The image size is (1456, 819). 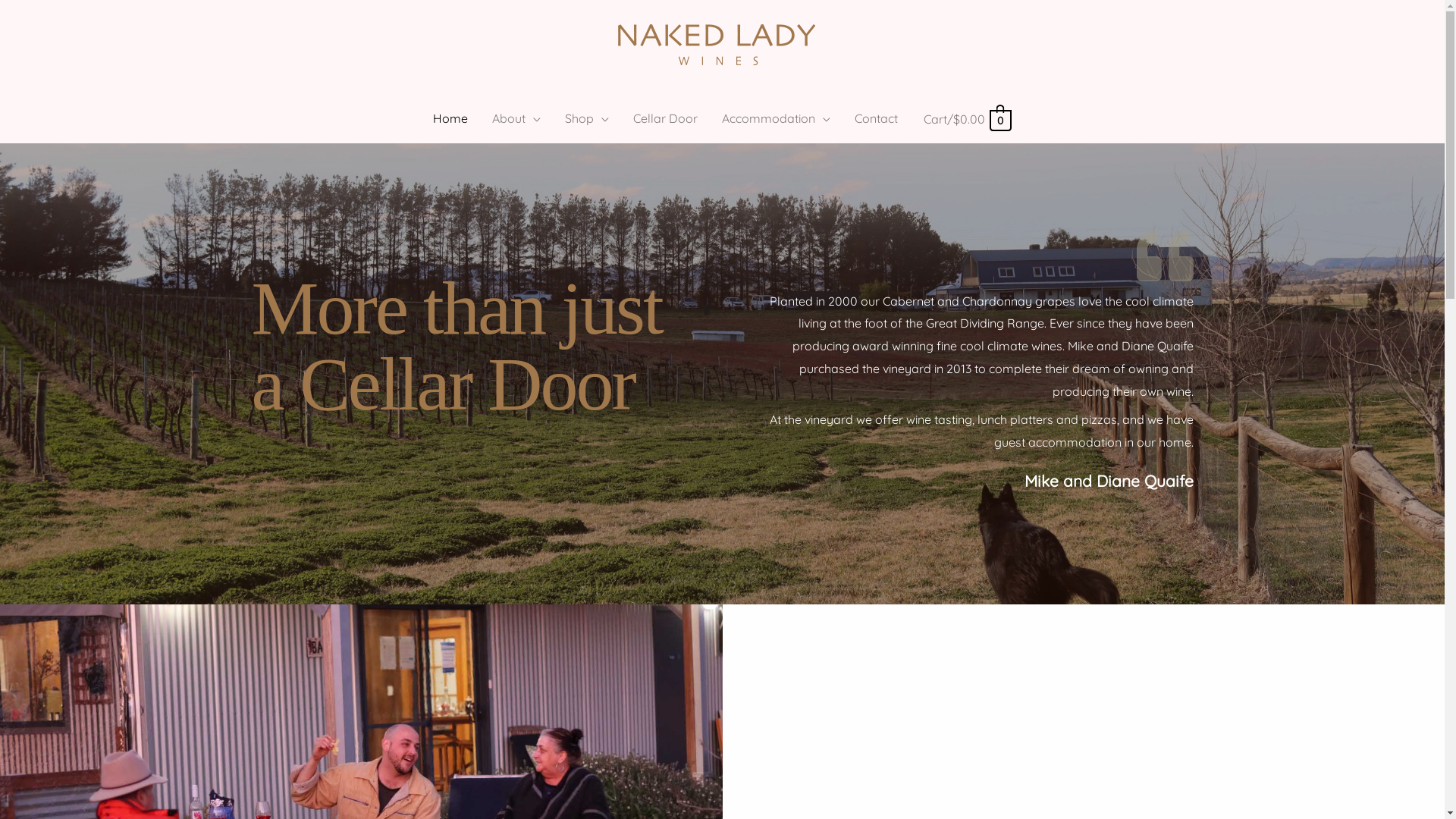 I want to click on 'Home', so click(x=421, y=117).